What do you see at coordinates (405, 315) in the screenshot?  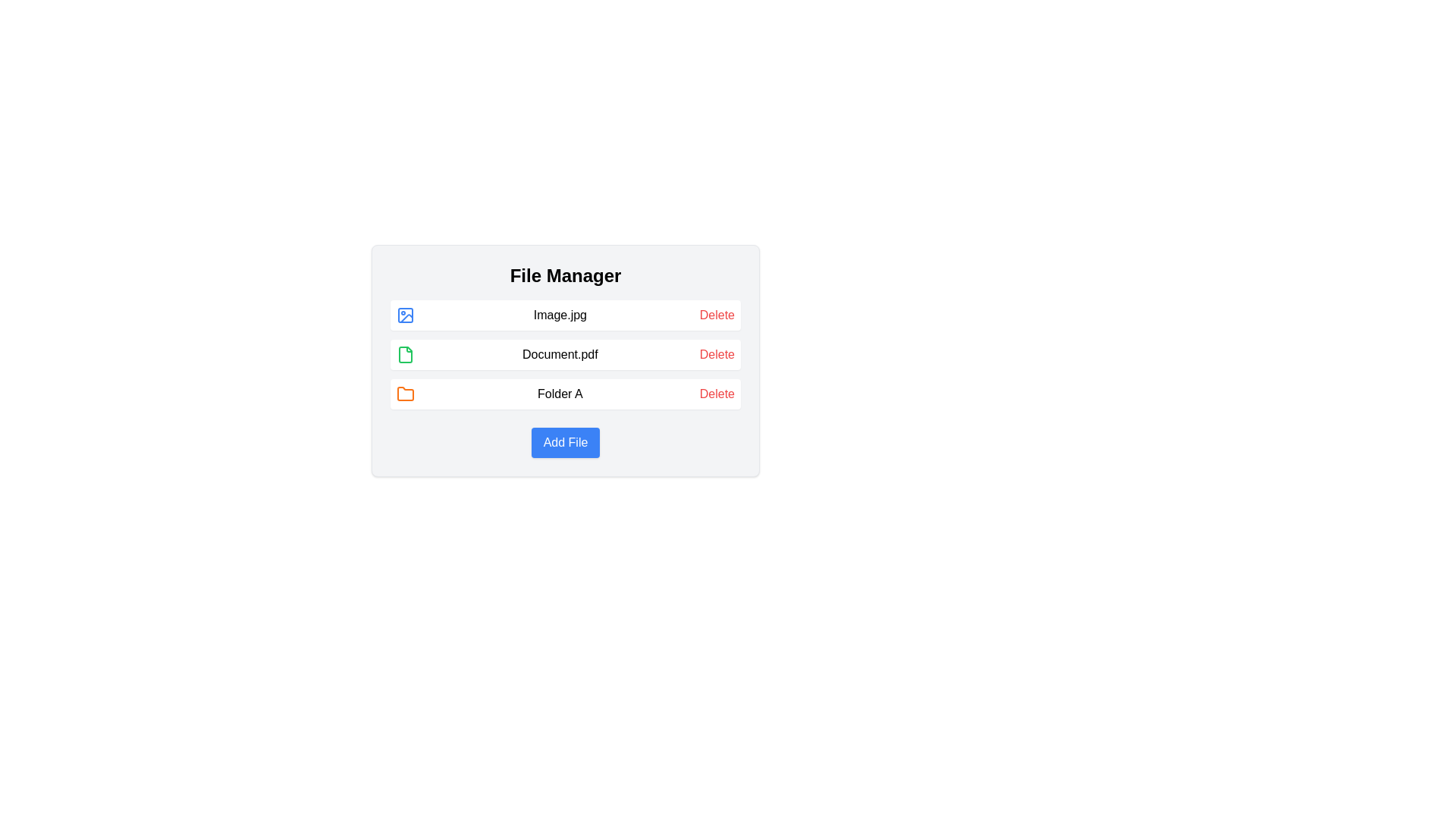 I see `the icon representing the image file 'Image.jpg' in the 'File Manager' section as a static decoration` at bounding box center [405, 315].